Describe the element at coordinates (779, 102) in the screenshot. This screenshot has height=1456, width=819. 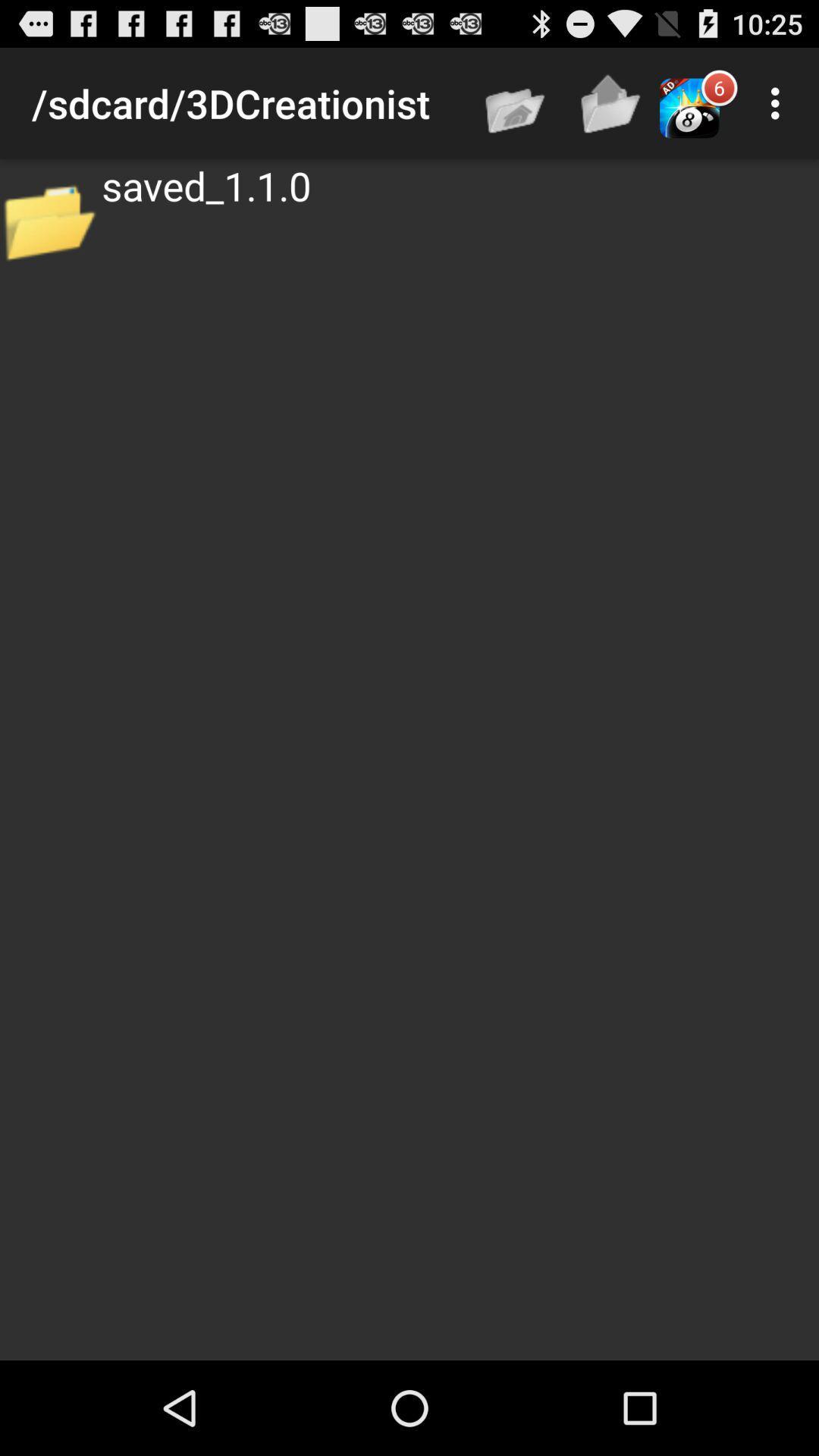
I see `app next to 6 icon` at that location.